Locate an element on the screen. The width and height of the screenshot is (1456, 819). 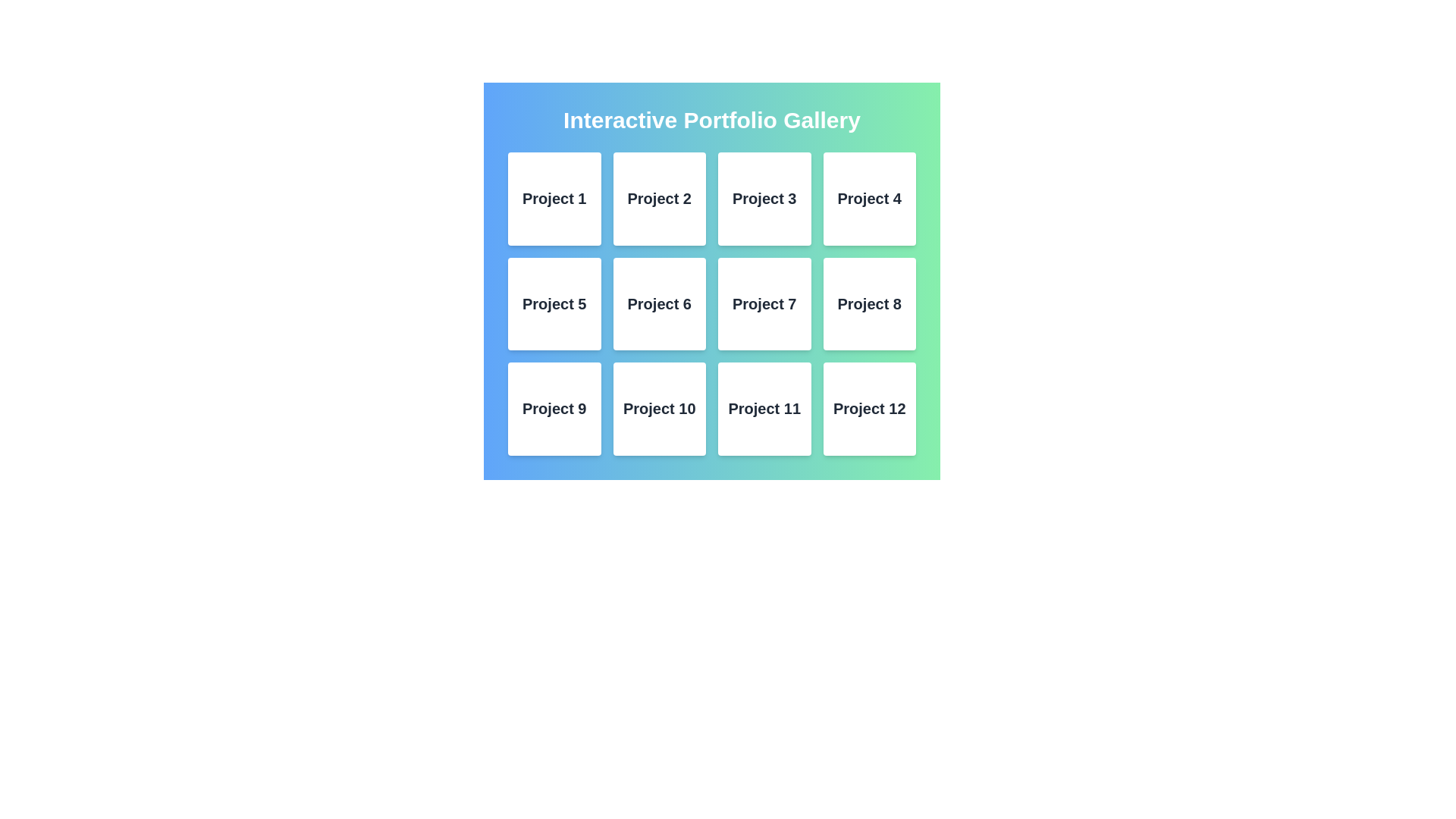
the share icon button located in the top-right corner of the 'Project 4' card is located at coordinates (889, 198).